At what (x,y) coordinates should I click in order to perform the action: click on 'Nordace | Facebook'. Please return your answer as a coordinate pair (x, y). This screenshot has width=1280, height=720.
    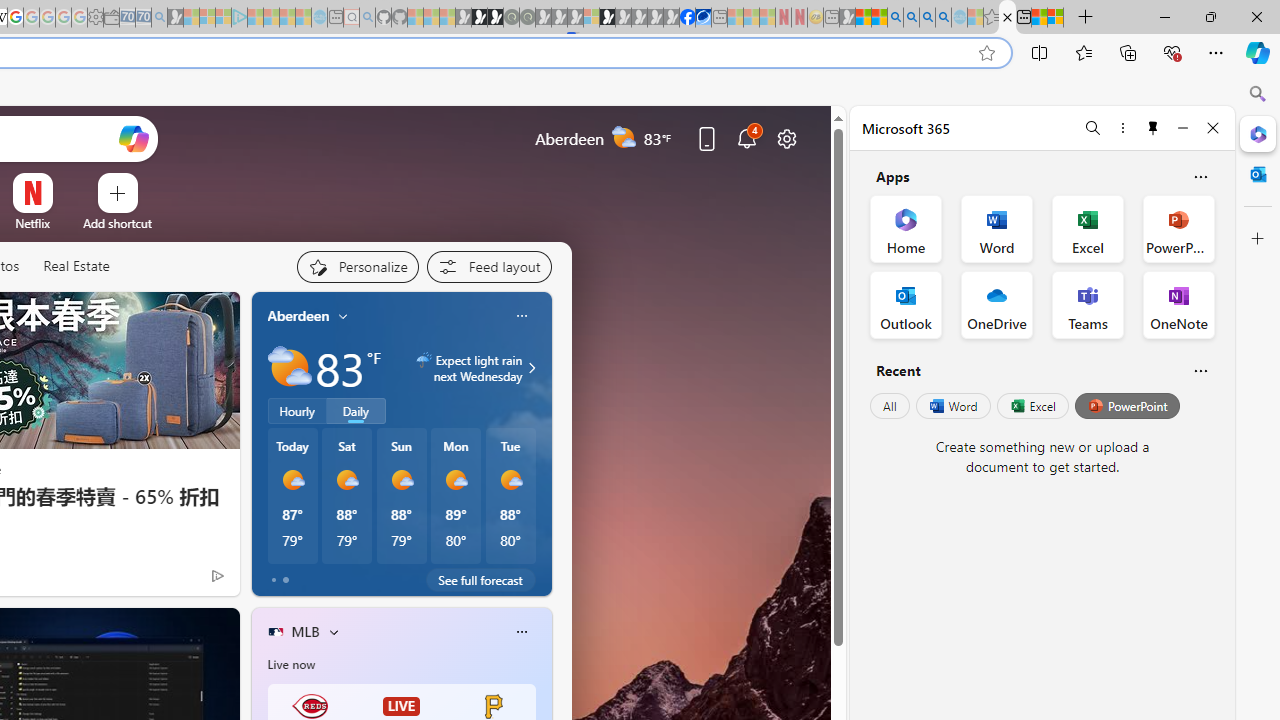
    Looking at the image, I should click on (687, 17).